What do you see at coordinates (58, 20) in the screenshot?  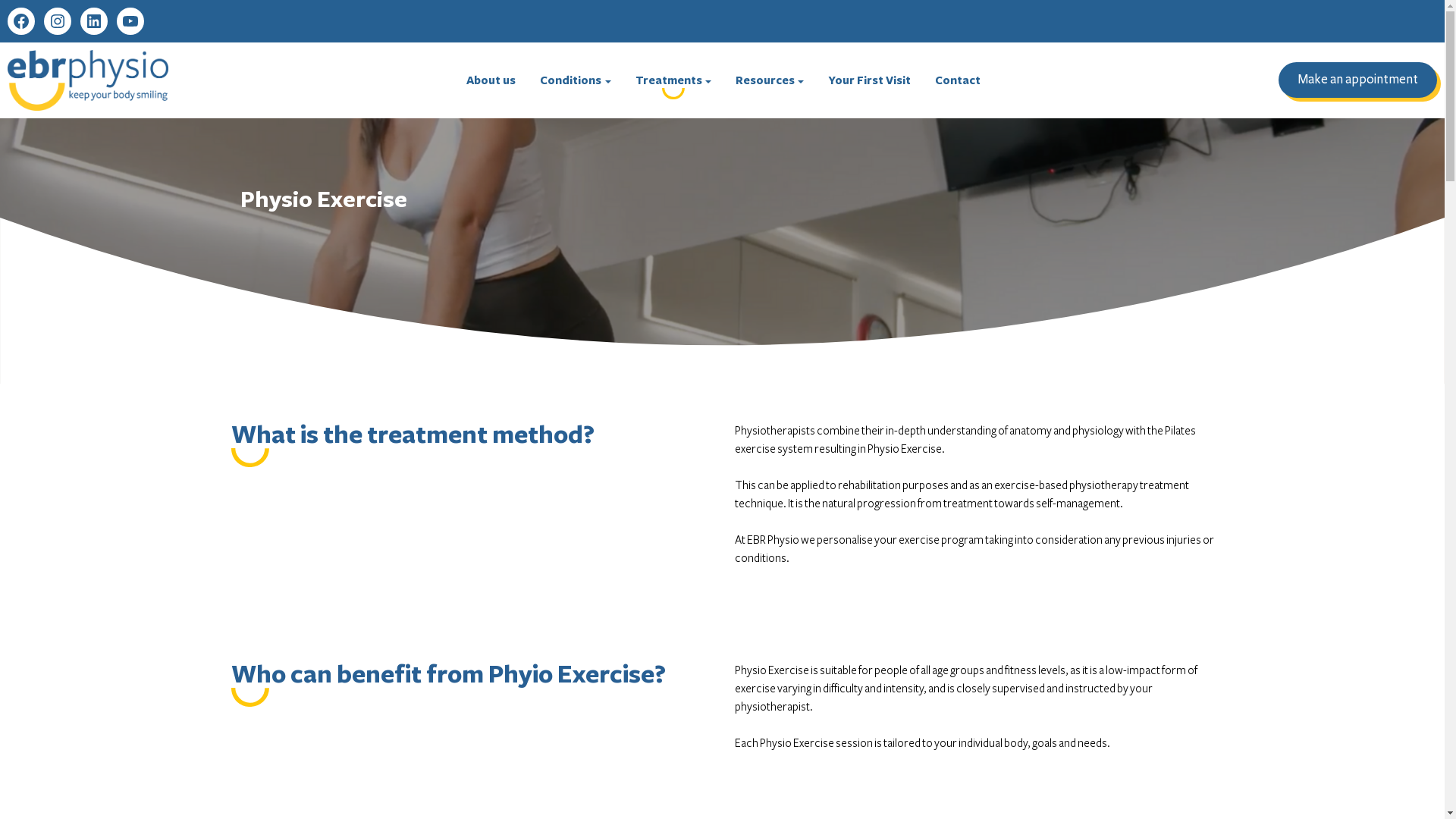 I see `'Instagram'` at bounding box center [58, 20].